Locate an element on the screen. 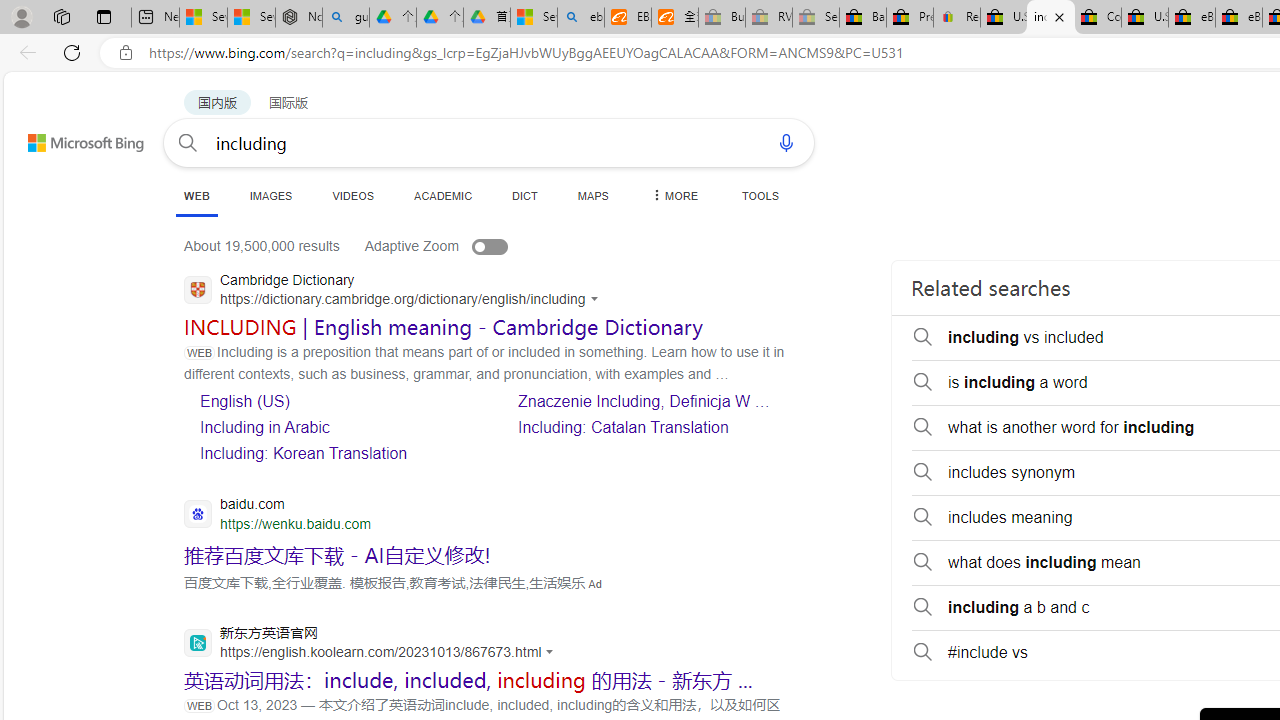  'Search' is located at coordinates (187, 141).